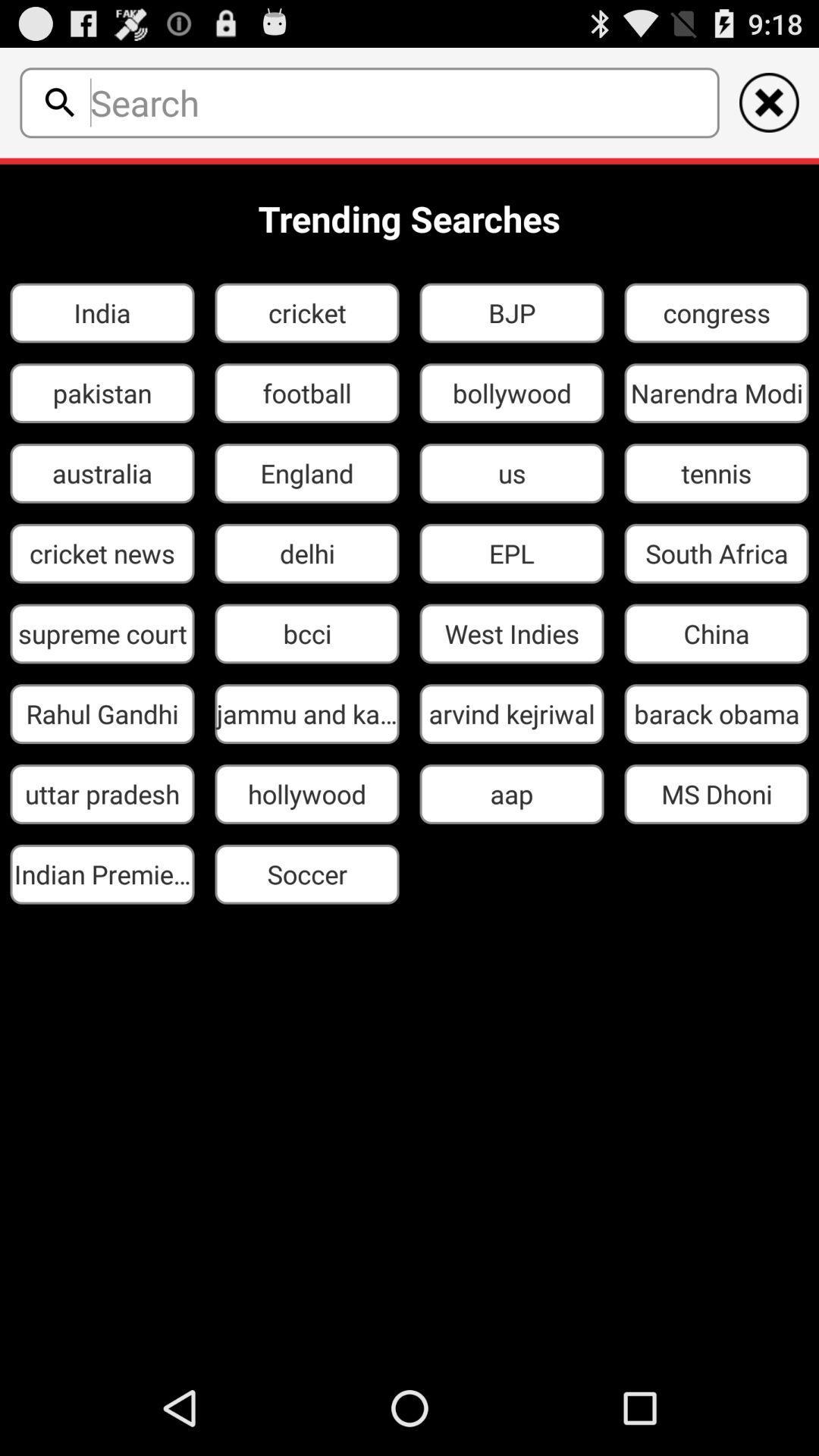 This screenshot has width=819, height=1456. I want to click on cancel search, so click(769, 102).